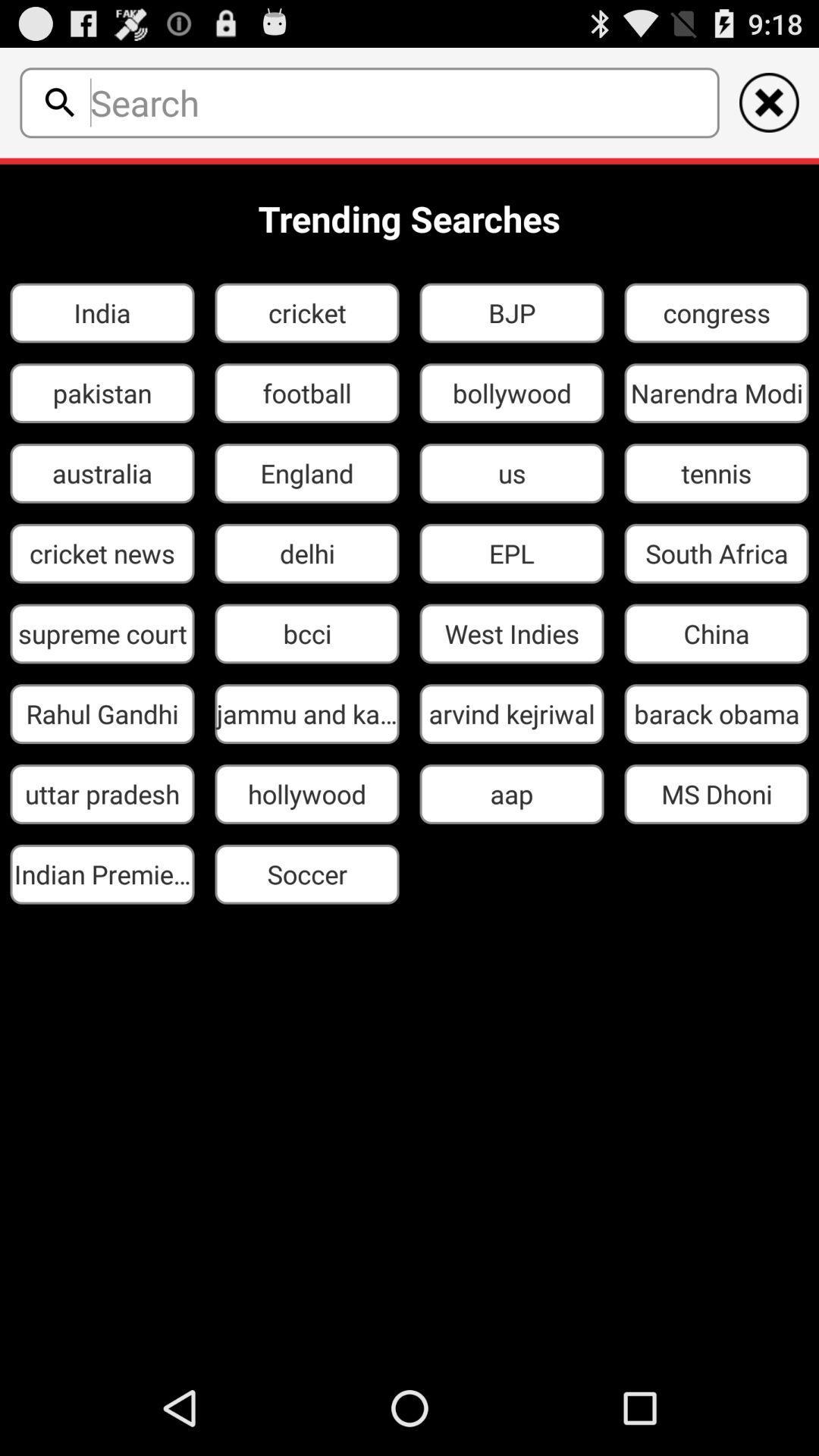 This screenshot has width=819, height=1456. I want to click on cancel search, so click(769, 102).